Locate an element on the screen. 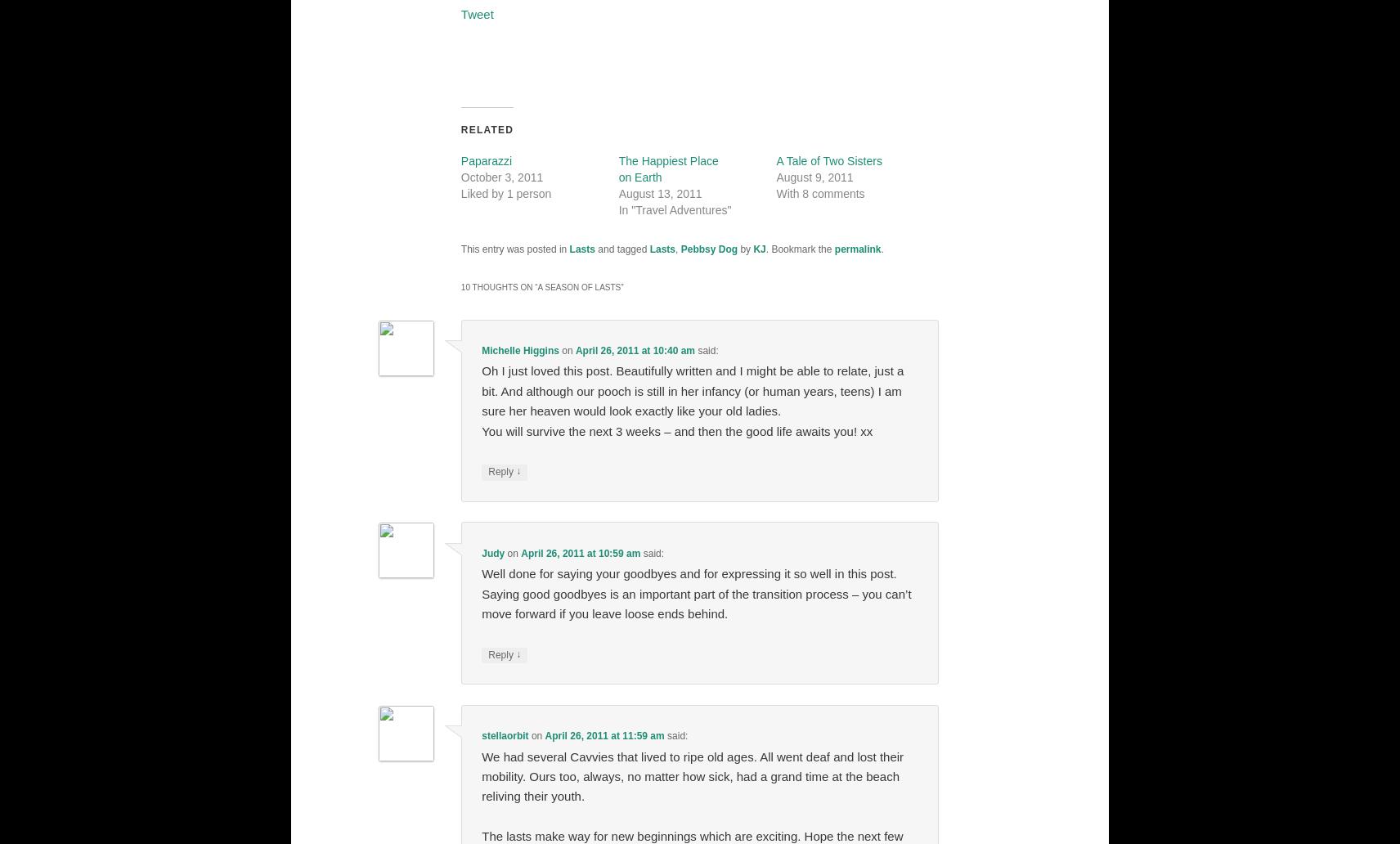  'stellaorbit' is located at coordinates (504, 736).